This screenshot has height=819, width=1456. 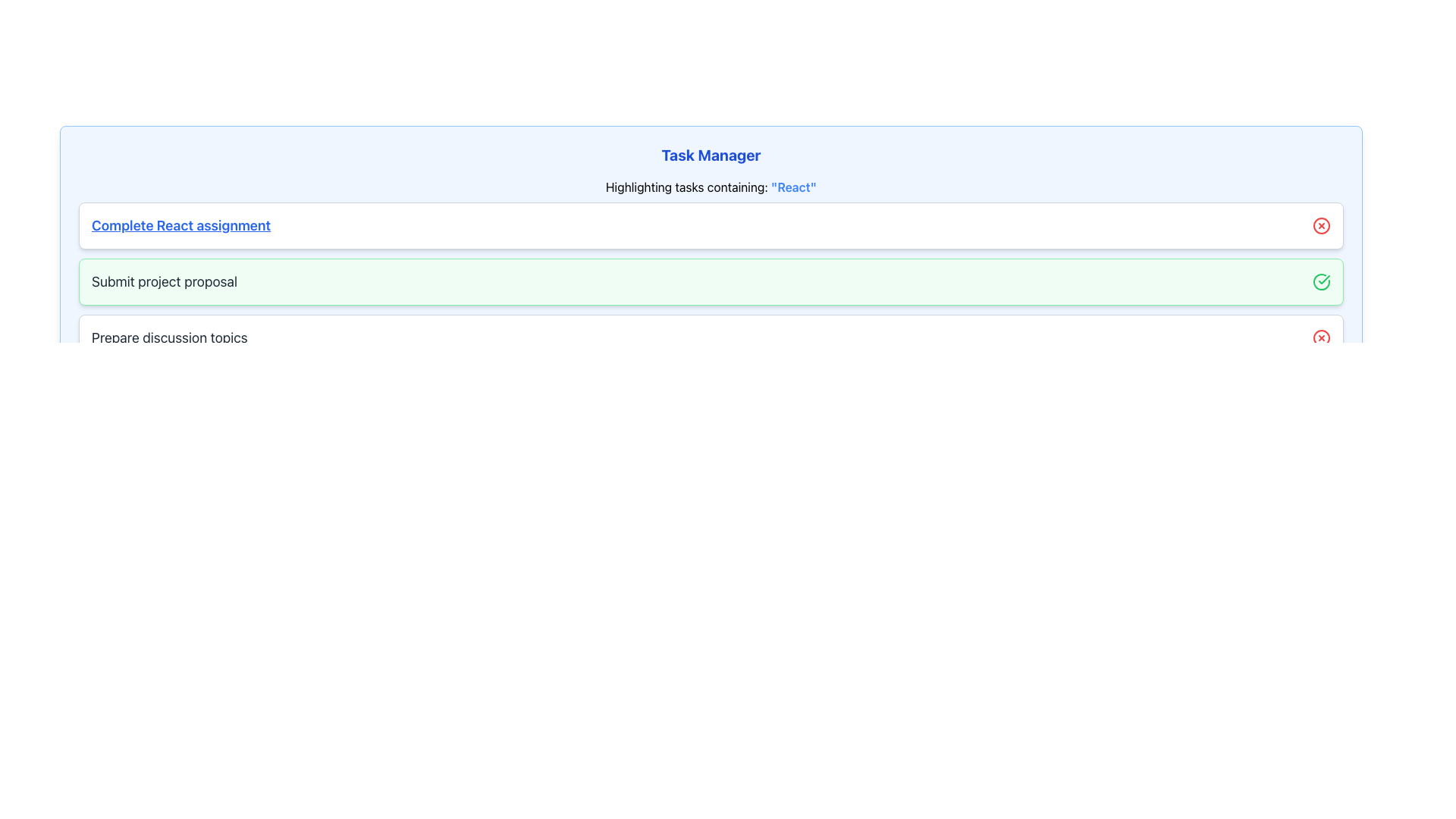 What do you see at coordinates (710, 186) in the screenshot?
I see `text label that displays 'Highlighting tasks containing: "React"' styled with bold blue text, located in the task manager interface just below the 'Task Manager' header` at bounding box center [710, 186].